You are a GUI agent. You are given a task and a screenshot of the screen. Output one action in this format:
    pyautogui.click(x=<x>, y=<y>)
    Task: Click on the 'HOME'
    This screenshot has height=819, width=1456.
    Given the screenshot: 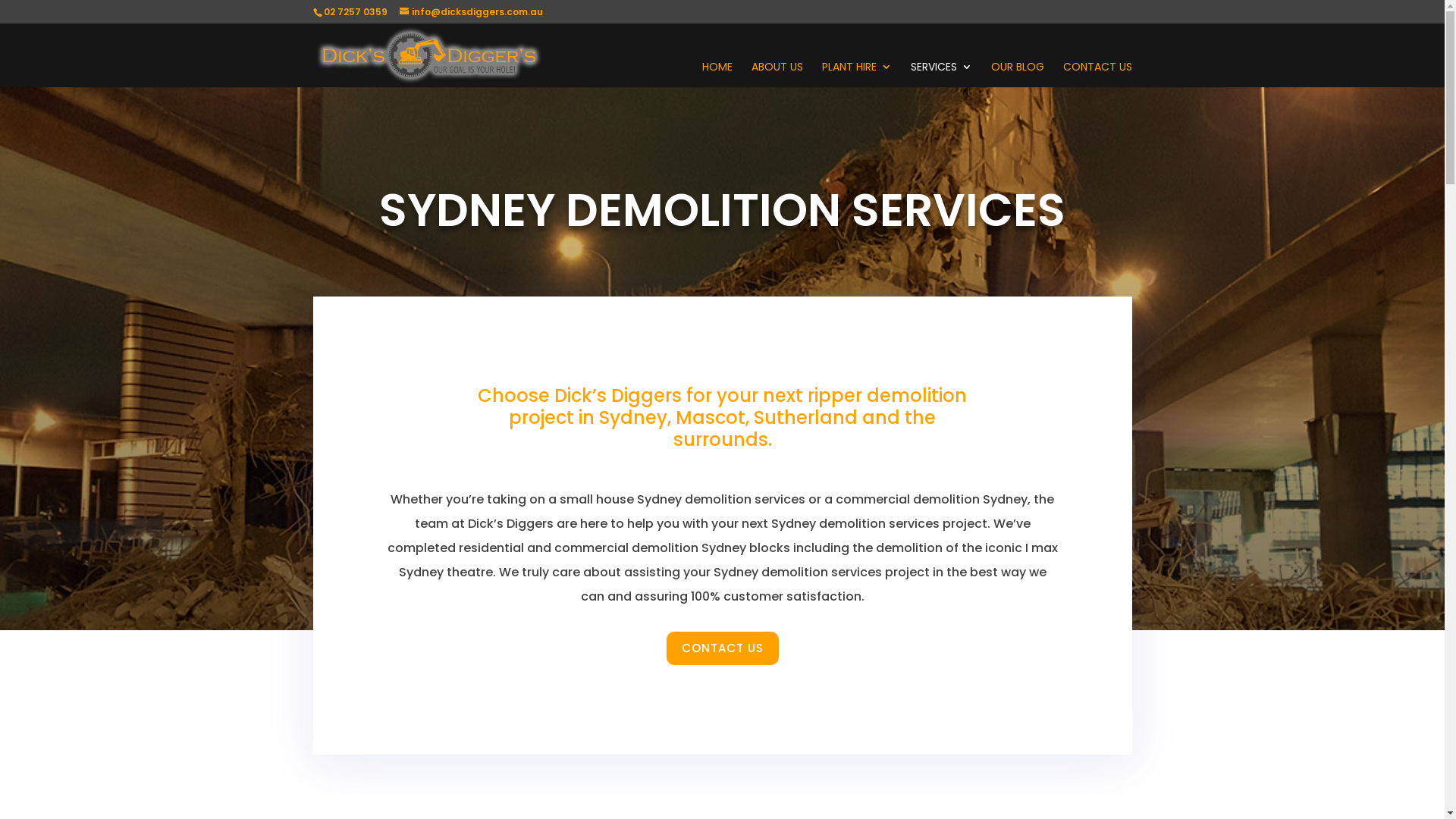 What is the action you would take?
    pyautogui.click(x=701, y=74)
    